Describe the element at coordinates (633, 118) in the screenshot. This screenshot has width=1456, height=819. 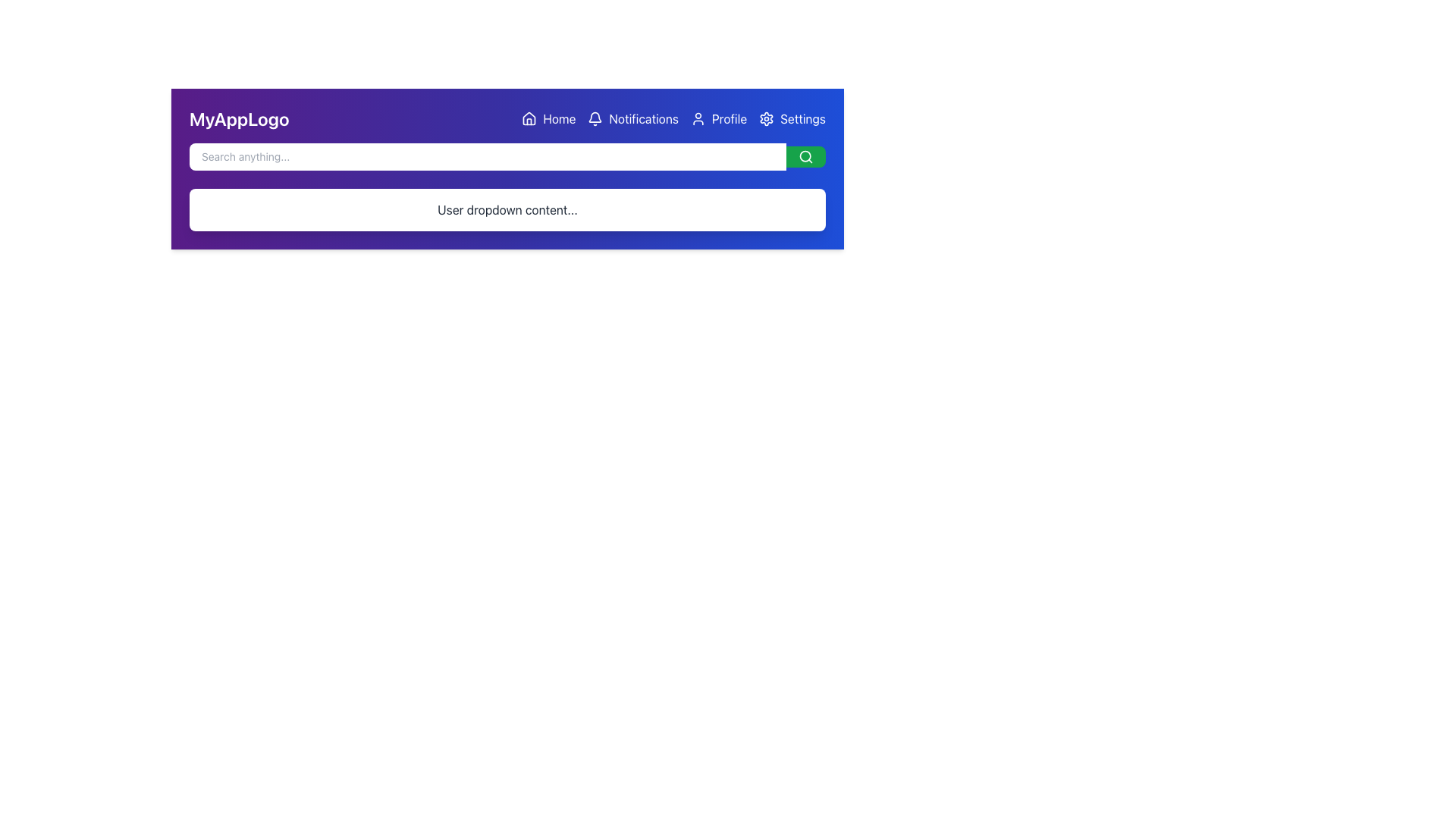
I see `the 'Notifications' button, which features a bell icon and is styled with white text on a blue background, located in the horizontal navigation bar between 'Home' and 'Profile'` at that location.